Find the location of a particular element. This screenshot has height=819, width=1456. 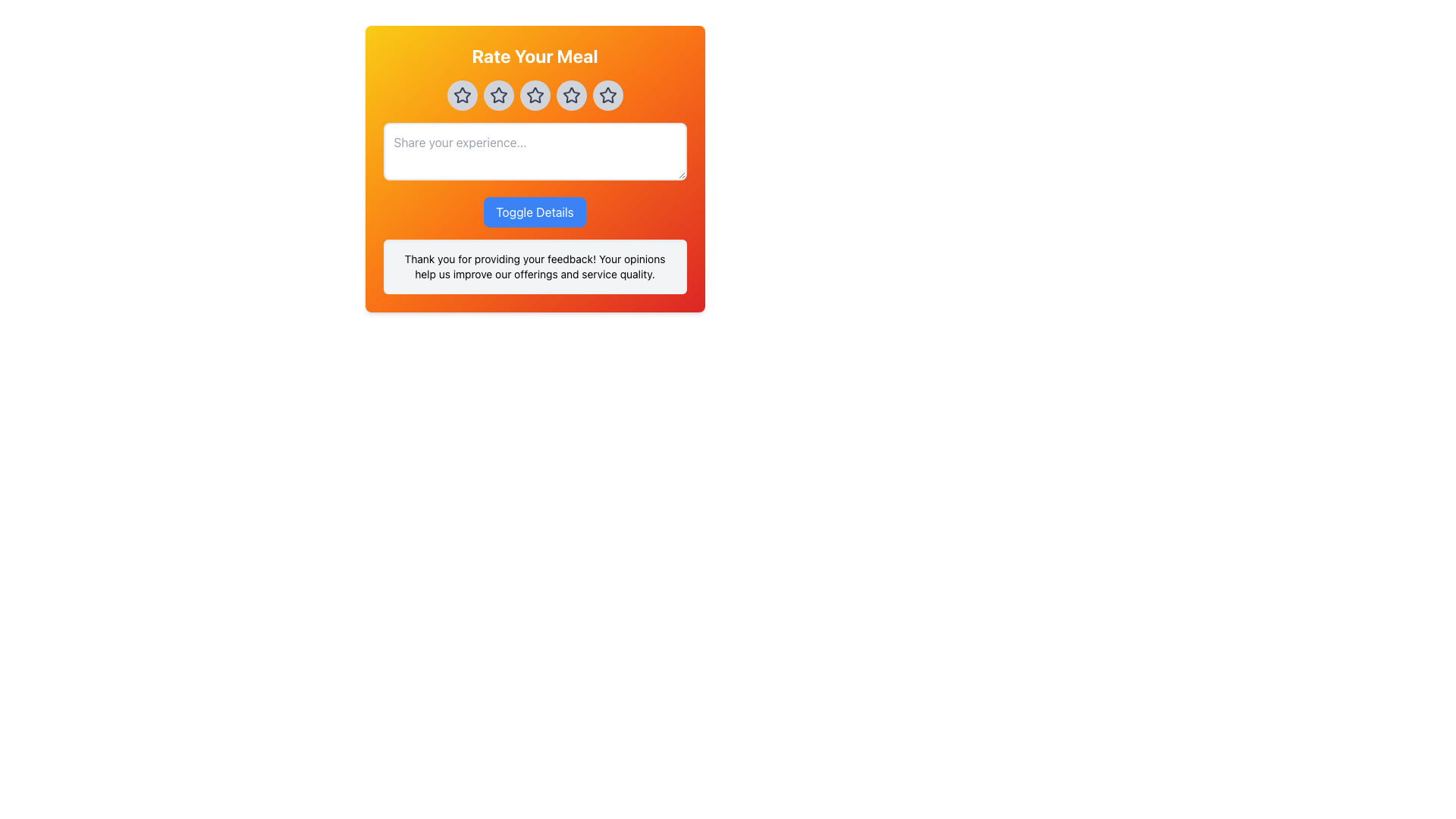

the third star icon in the row of five, which is styled with a gray border and a transparent background, located under the 'Rate Your Meal' header is located at coordinates (498, 96).